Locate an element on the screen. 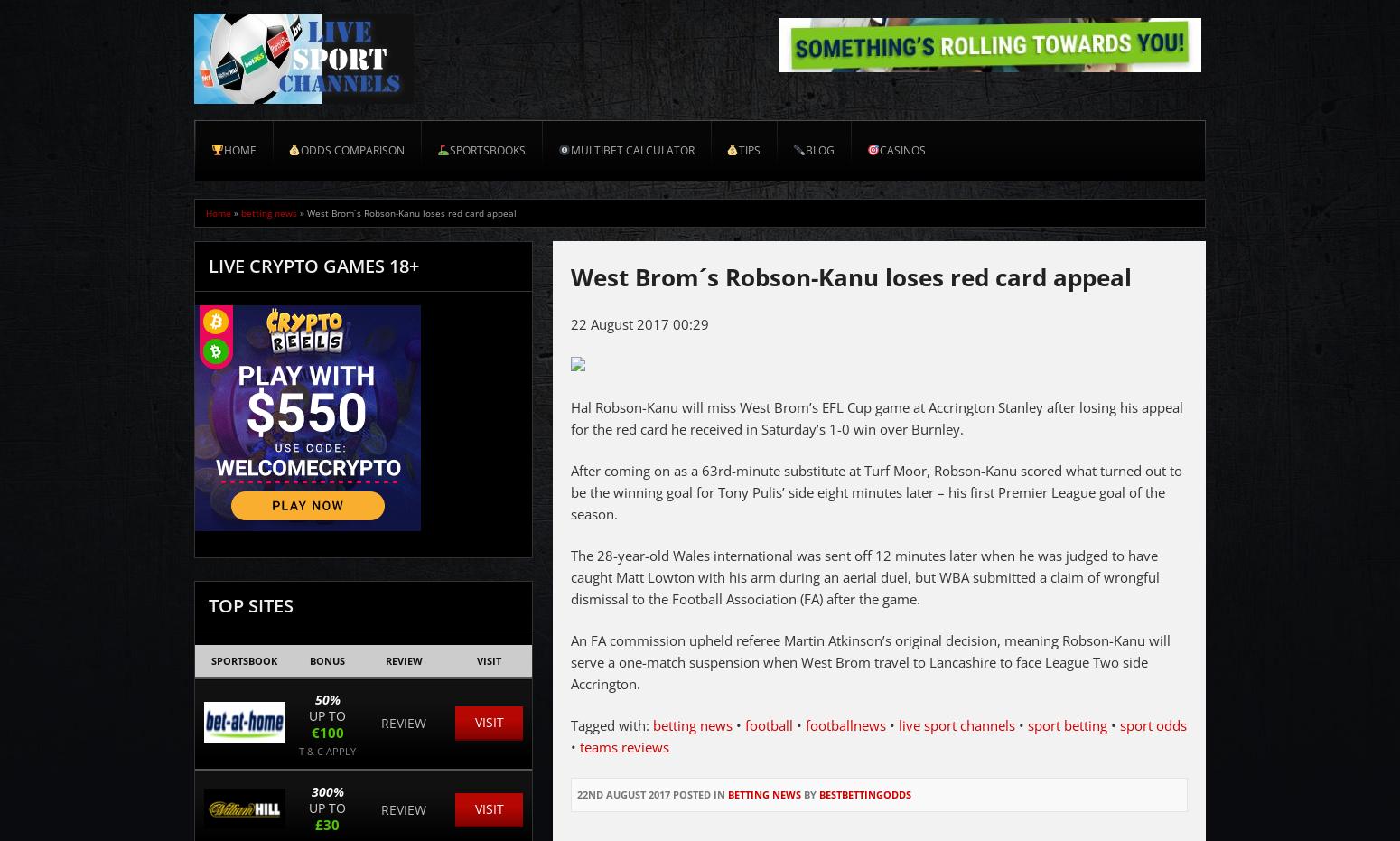  'An FA commission upheld referee Martin Atkinson’s original decision, meaning Robson-Kanu will serve a one-match suspension when West Brom travel to Lancashire to face League Two side Accrington.' is located at coordinates (869, 661).